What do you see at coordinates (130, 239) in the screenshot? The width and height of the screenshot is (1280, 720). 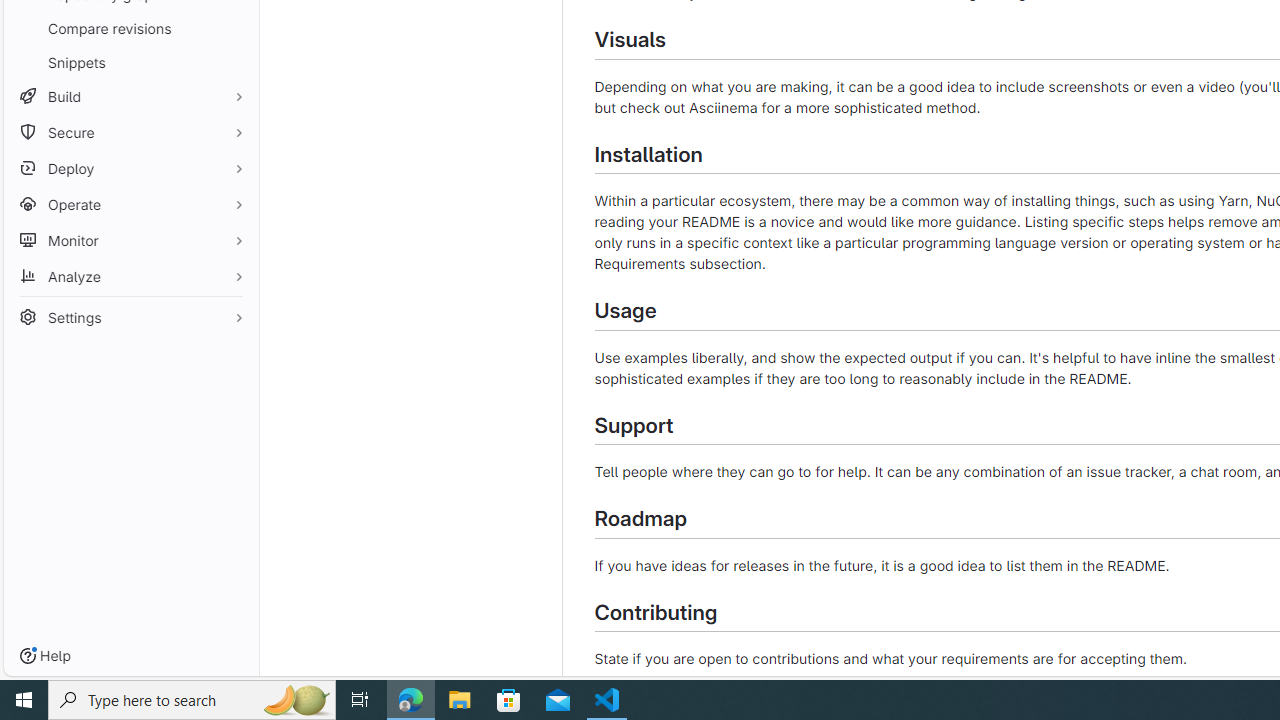 I see `'Monitor'` at bounding box center [130, 239].